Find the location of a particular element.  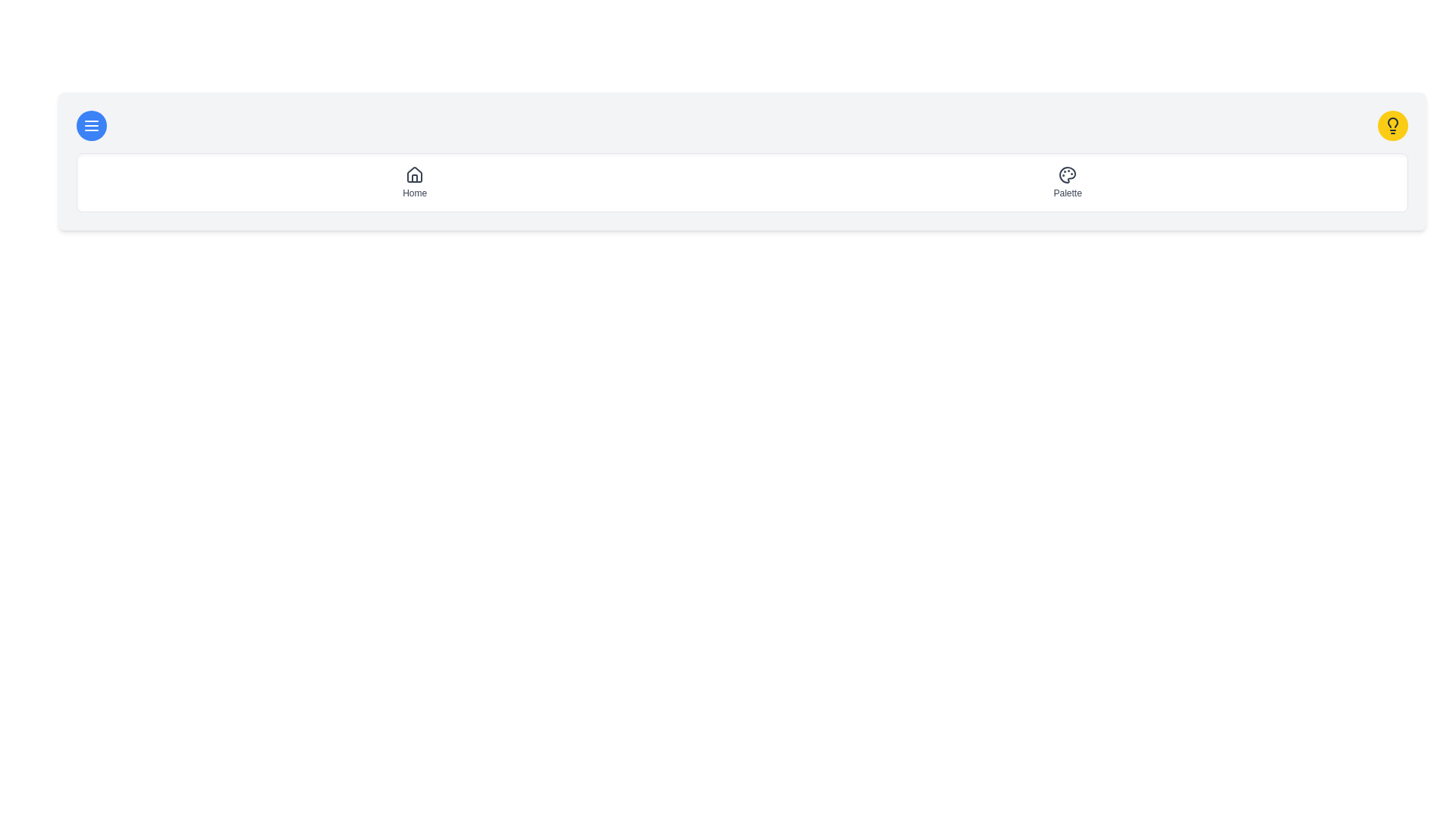

the home icon located in the vertical navigational bar, which serves as a visual cue is located at coordinates (415, 174).